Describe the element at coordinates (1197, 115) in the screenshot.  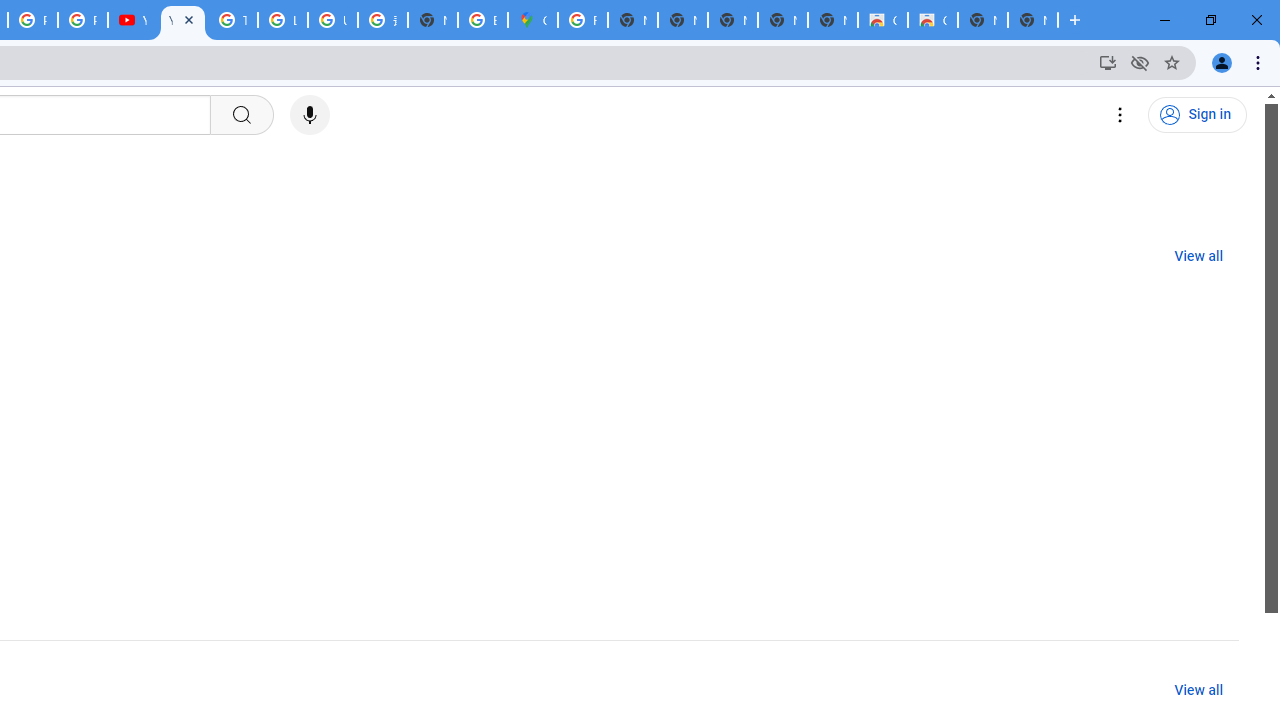
I see `'Sign in'` at that location.